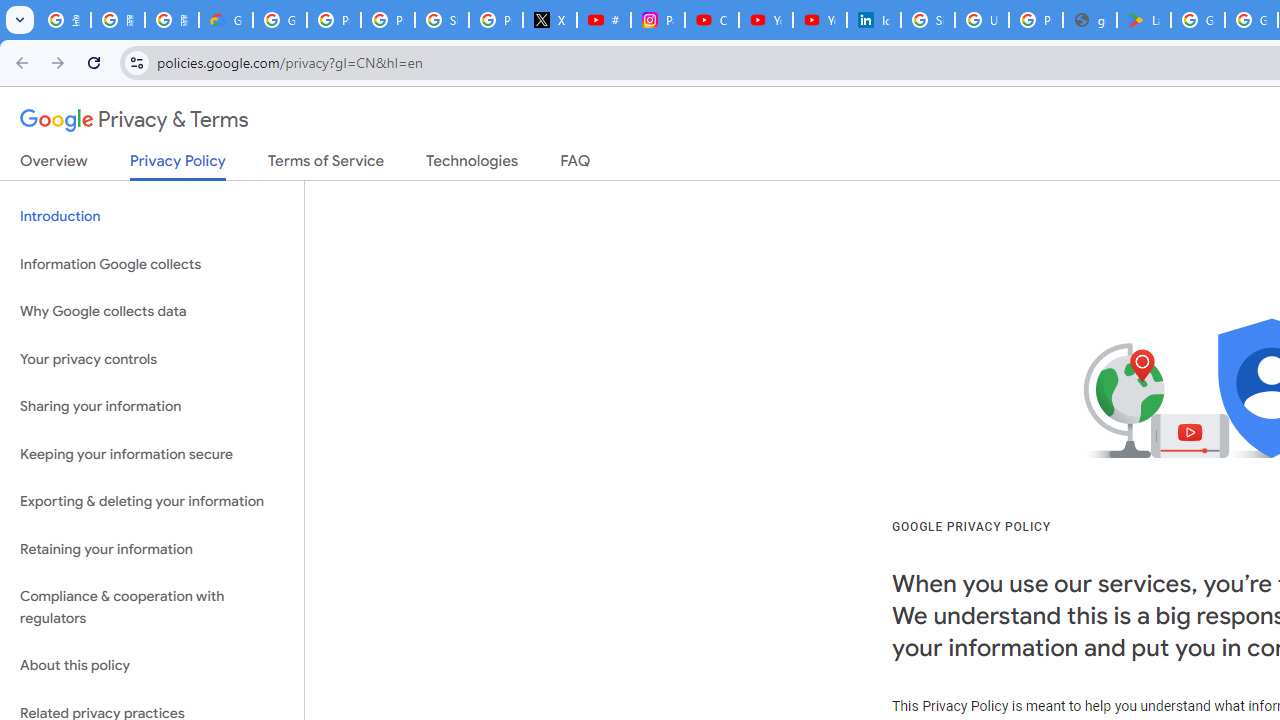  Describe the element at coordinates (603, 20) in the screenshot. I see `'#nbabasketballhighlights - YouTube'` at that location.